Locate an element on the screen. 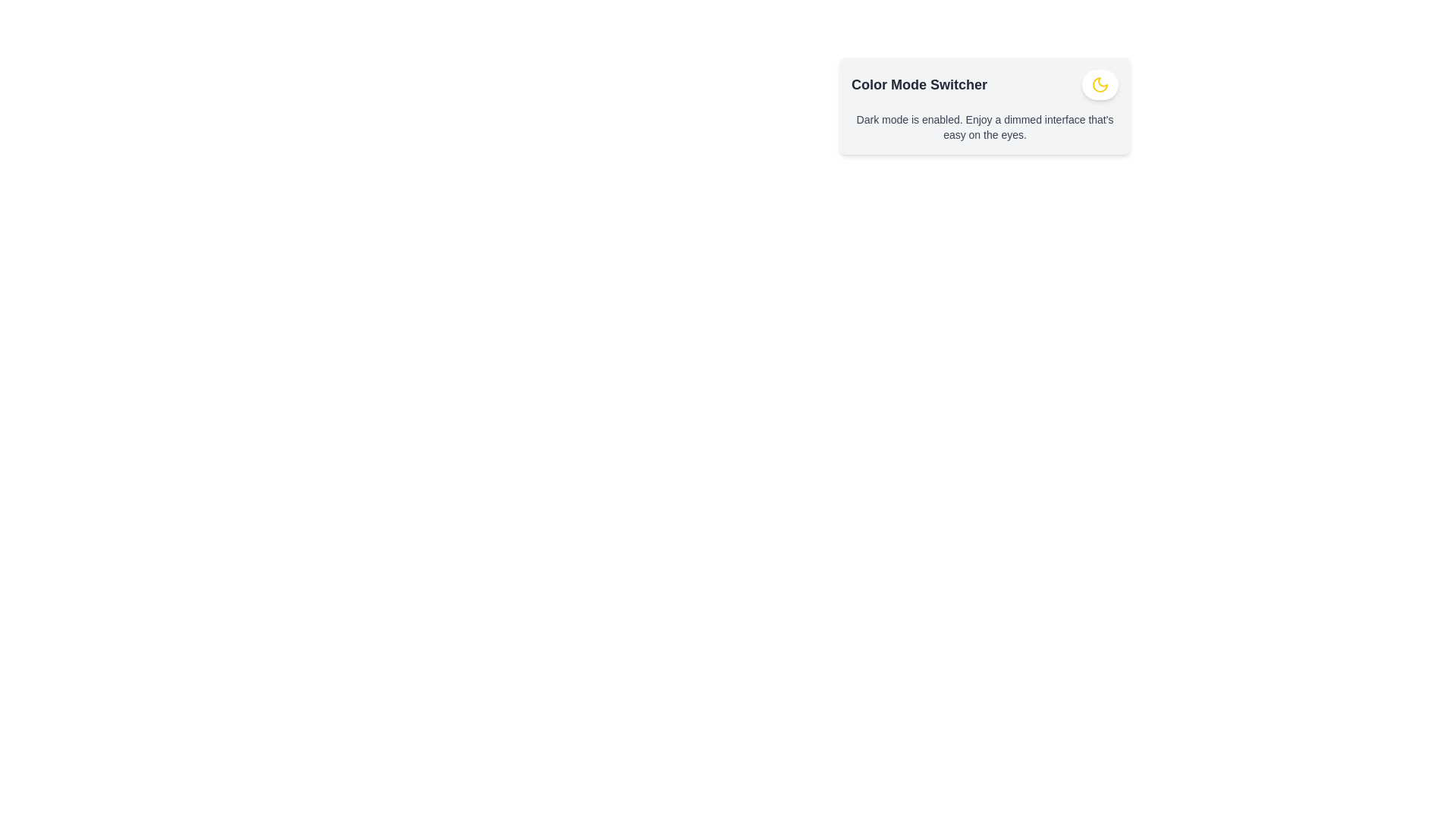 The width and height of the screenshot is (1456, 819). the crescent moon icon within the circular button of the 'Color Mode Switcher' is located at coordinates (1100, 84).